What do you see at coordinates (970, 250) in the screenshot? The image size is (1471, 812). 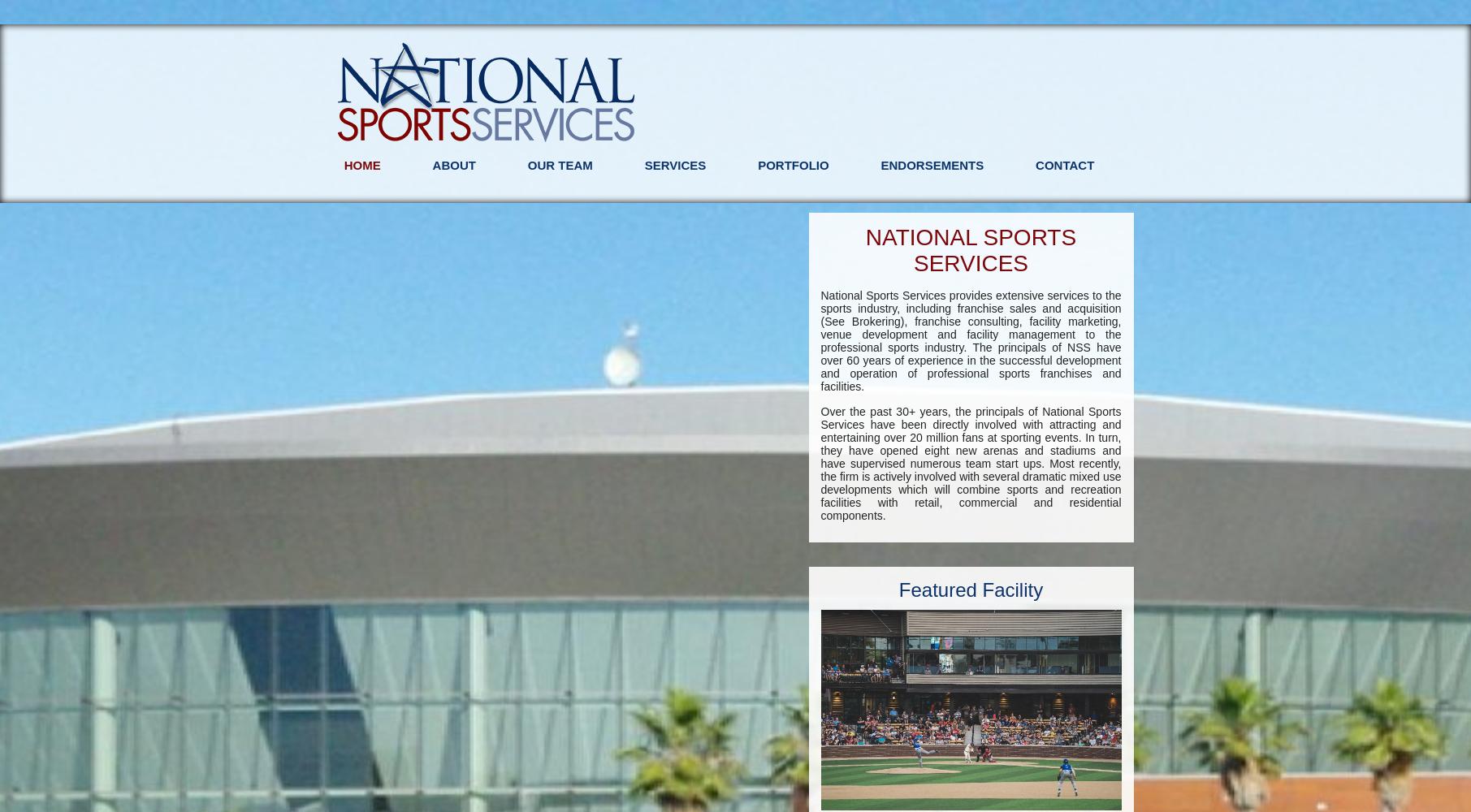 I see `'NATIONAL SPORTS SERVICES'` at bounding box center [970, 250].